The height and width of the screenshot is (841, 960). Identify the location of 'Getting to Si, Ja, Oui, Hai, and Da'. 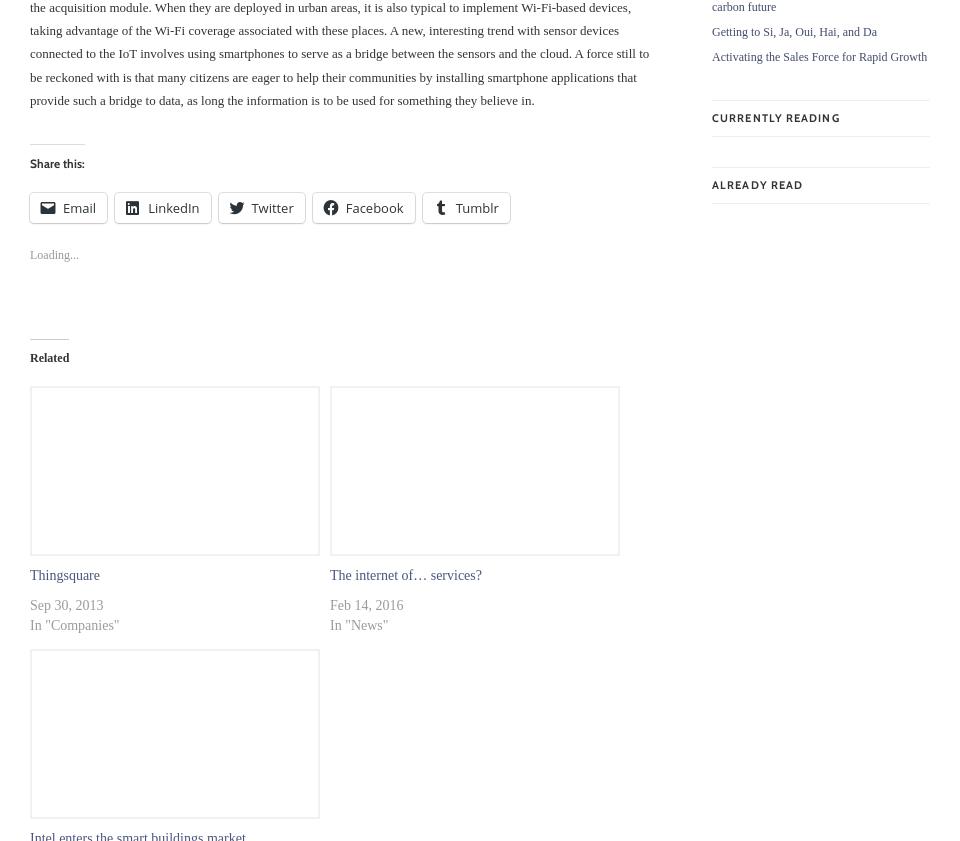
(712, 30).